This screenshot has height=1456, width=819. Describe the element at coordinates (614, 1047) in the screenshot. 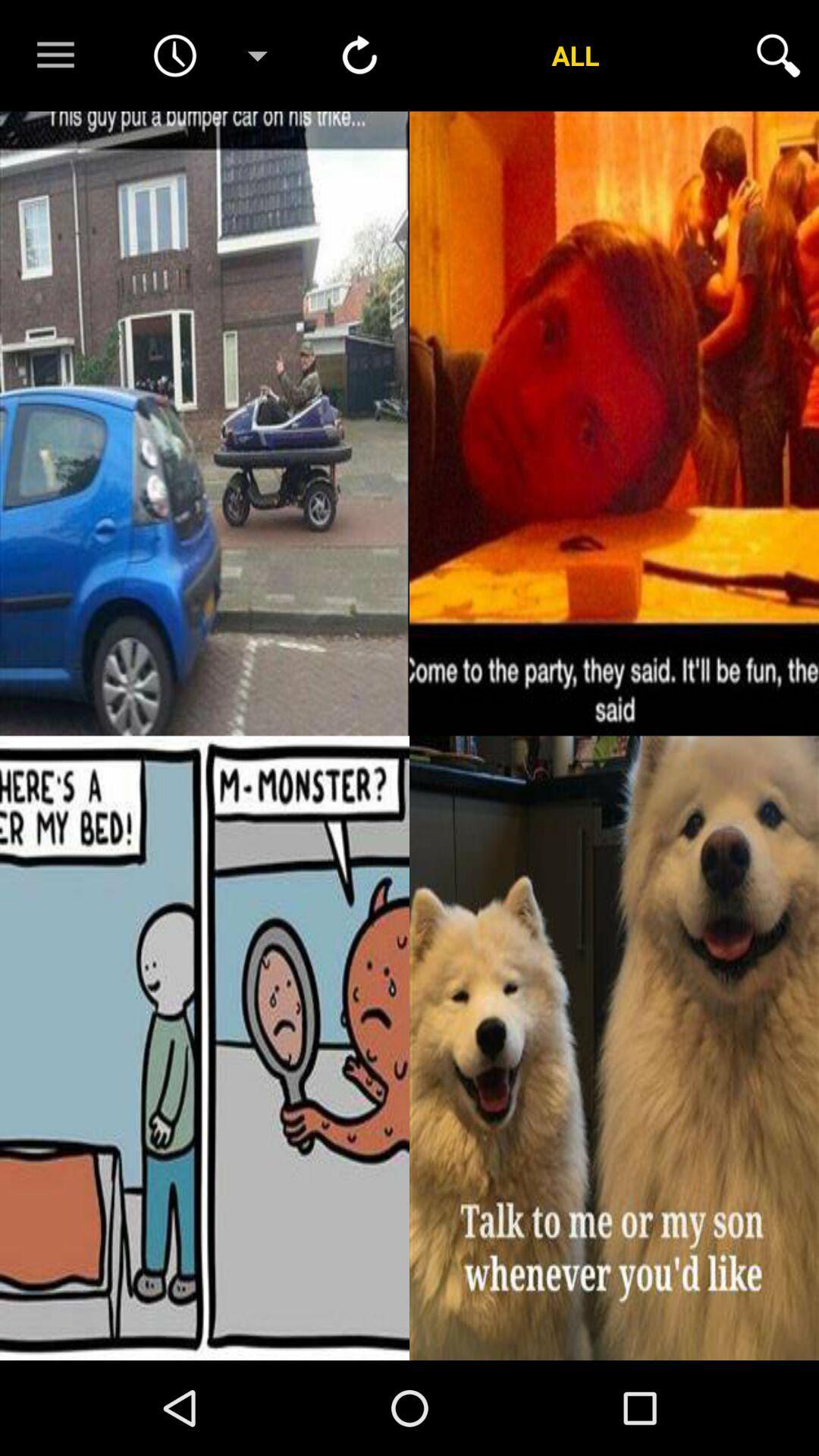

I see `the image` at that location.